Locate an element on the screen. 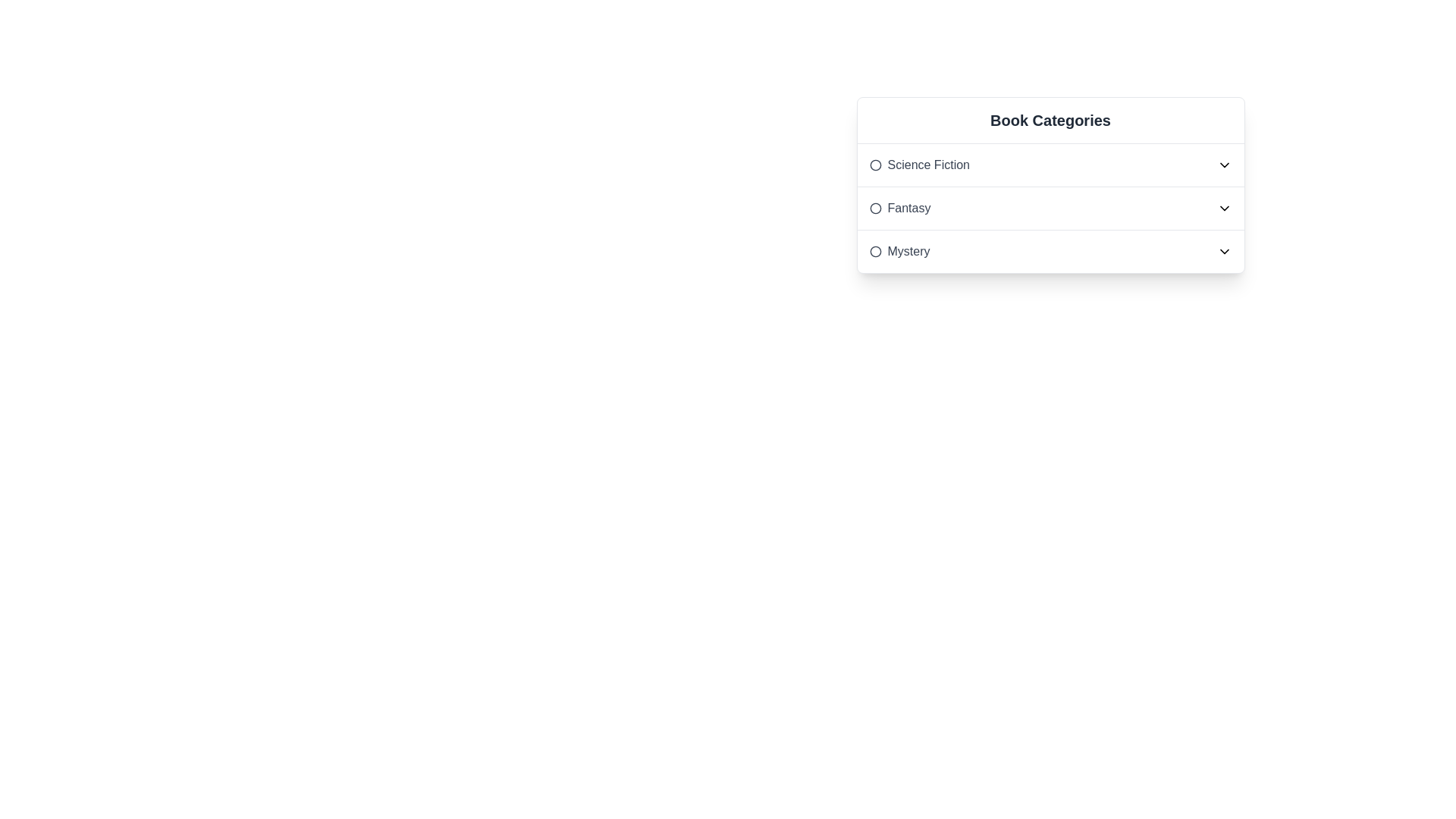  the chevron-down icon located at the far right of the 'Science Fiction' row in the 'Book Categories' section is located at coordinates (1224, 165).